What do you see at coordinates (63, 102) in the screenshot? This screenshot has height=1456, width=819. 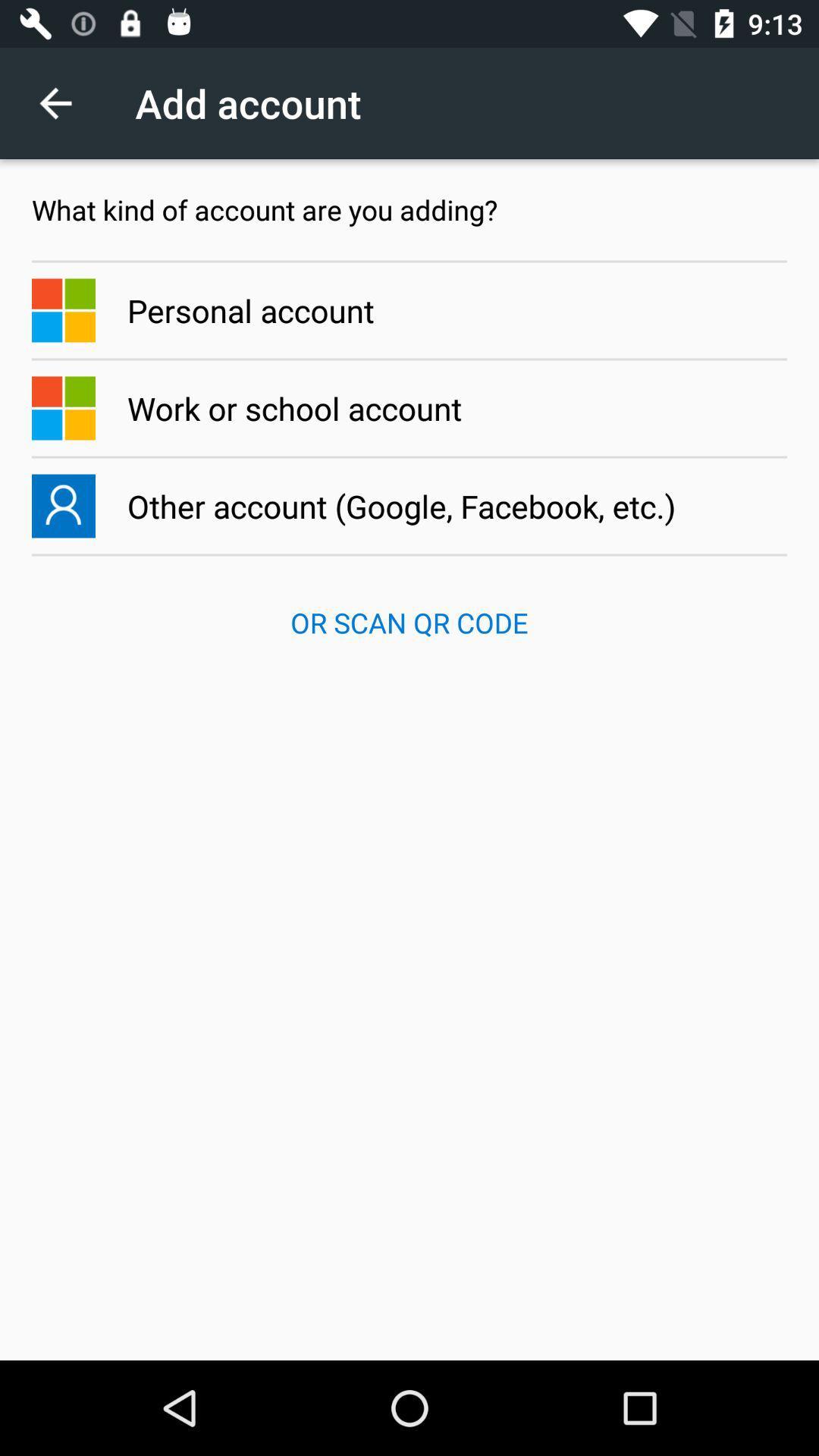 I see `item to the left of add account` at bounding box center [63, 102].